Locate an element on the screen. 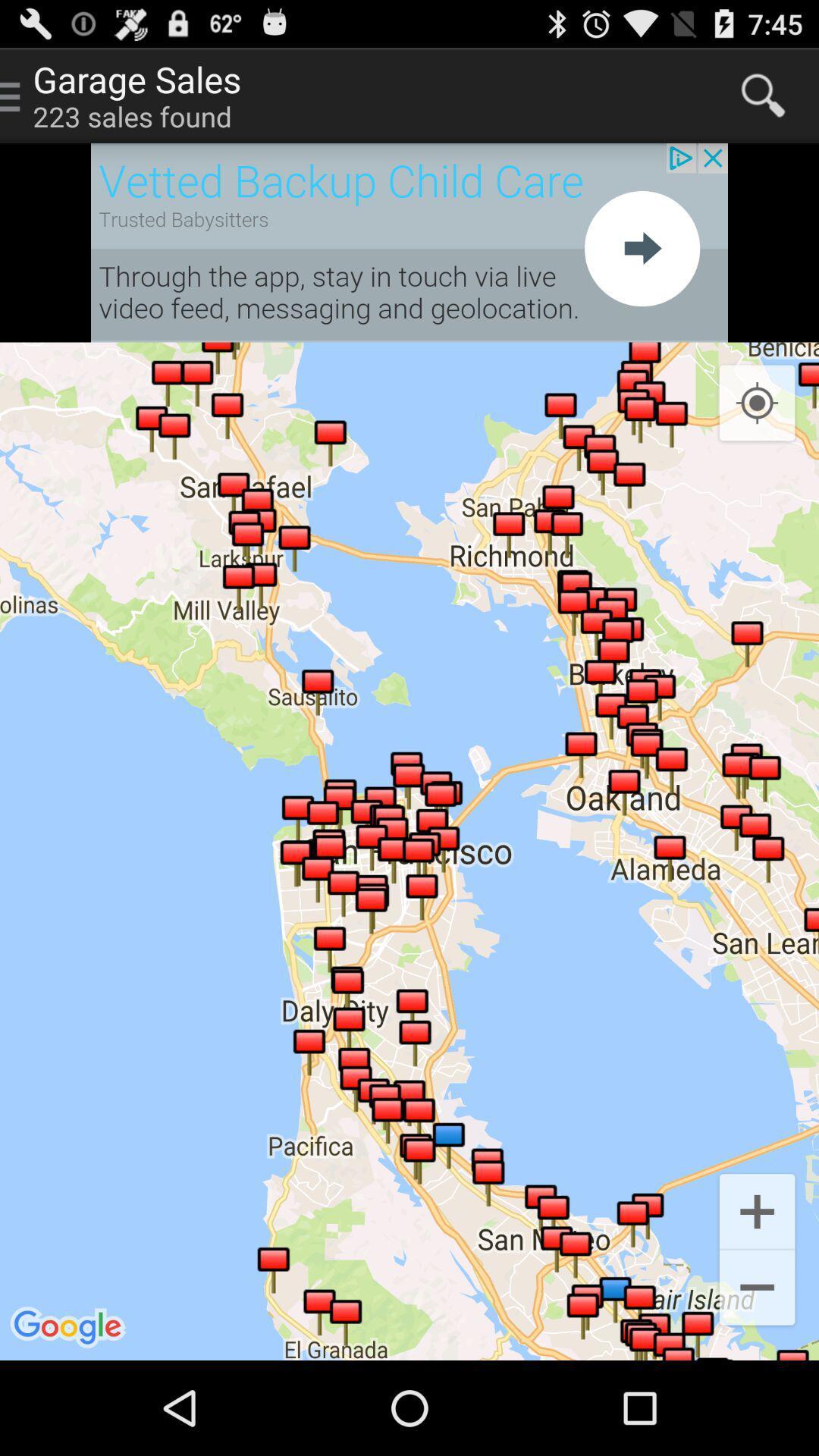 The image size is (819, 1456). search is located at coordinates (763, 94).